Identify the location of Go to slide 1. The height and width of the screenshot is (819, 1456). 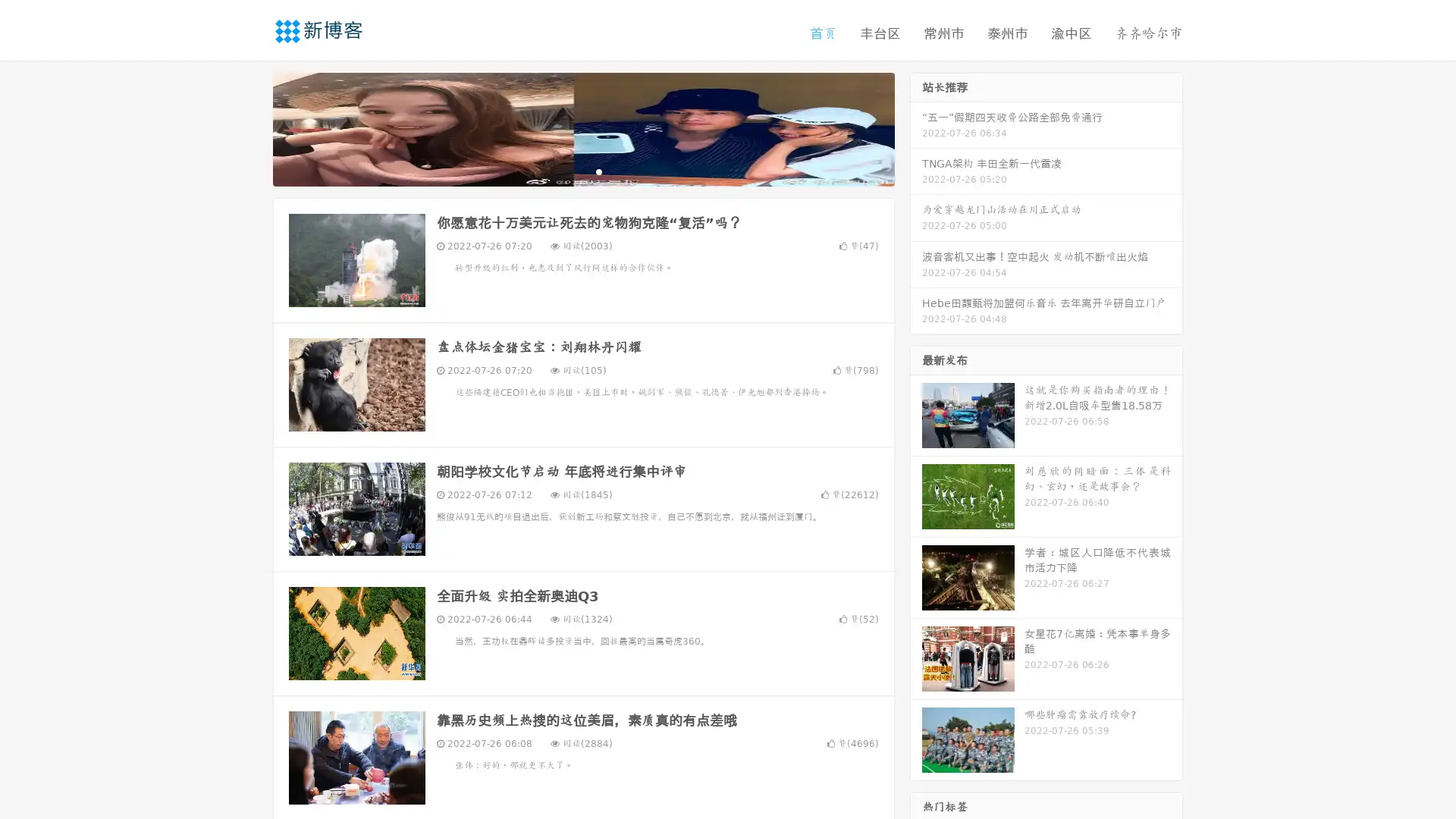
(567, 171).